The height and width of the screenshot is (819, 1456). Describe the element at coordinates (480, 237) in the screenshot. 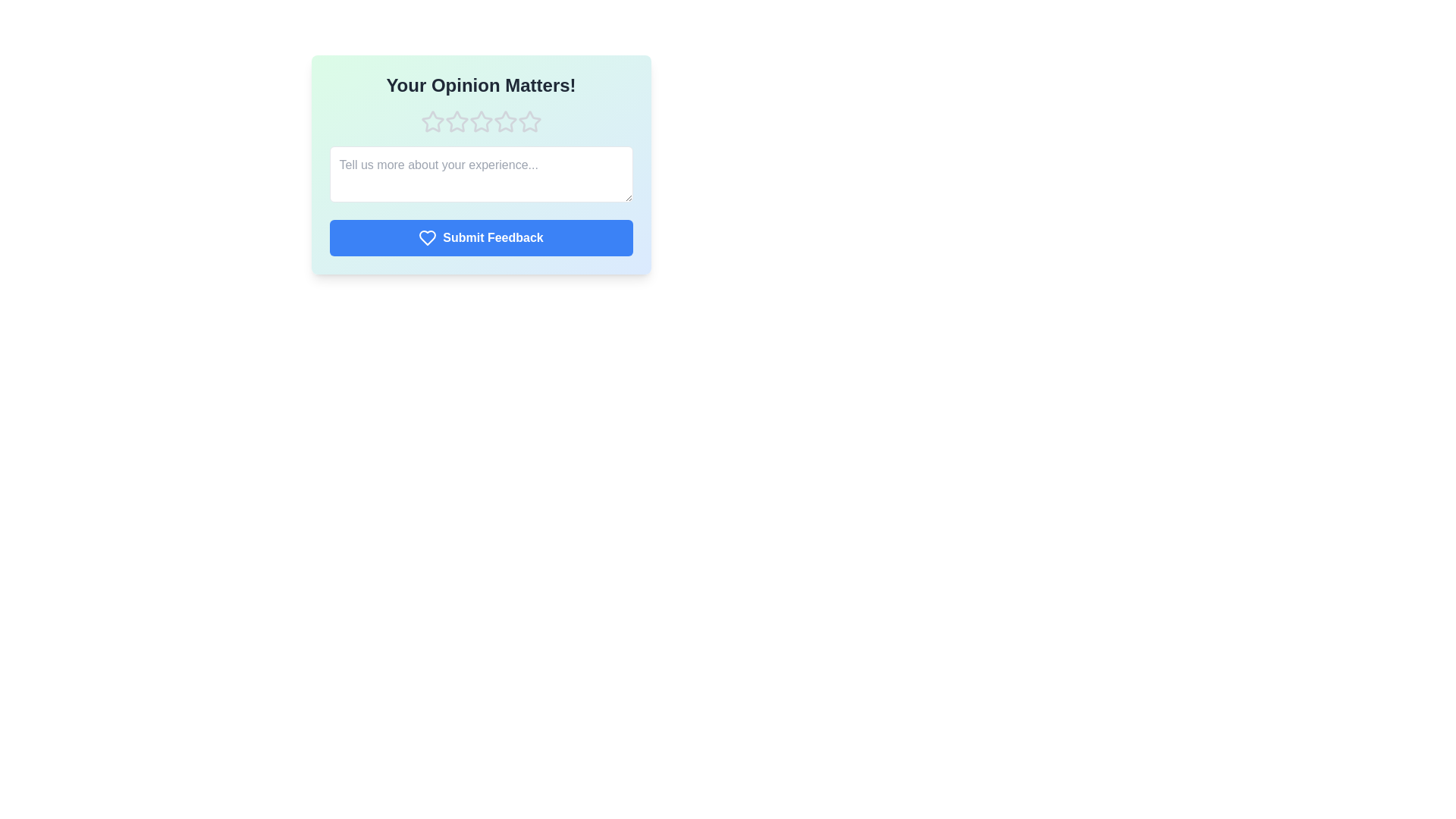

I see `the 'Submit Feedback' button, which is a horizontally-aligned button with a blue background and white text, to change its color from blue to a darker blue` at that location.